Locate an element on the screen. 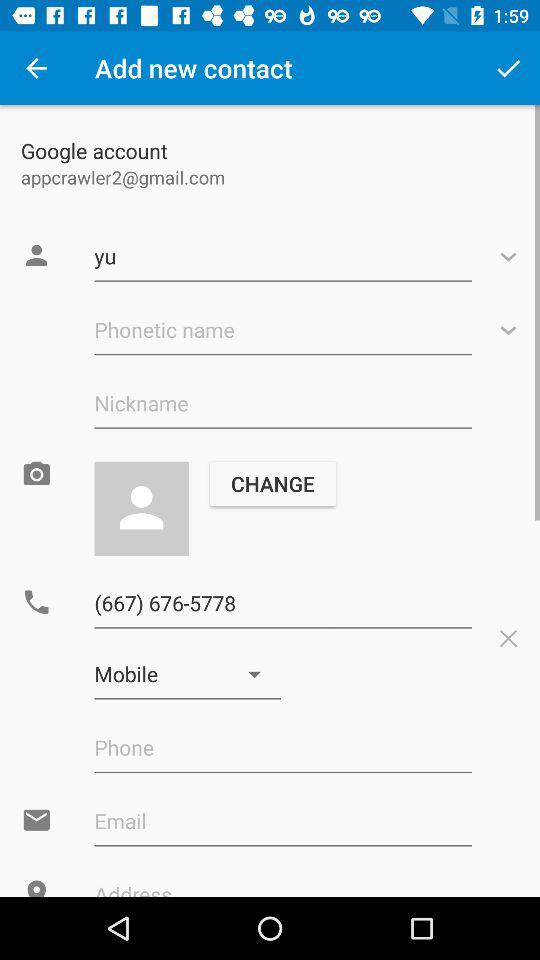 The image size is (540, 960). the first text field on the web page is located at coordinates (282, 255).